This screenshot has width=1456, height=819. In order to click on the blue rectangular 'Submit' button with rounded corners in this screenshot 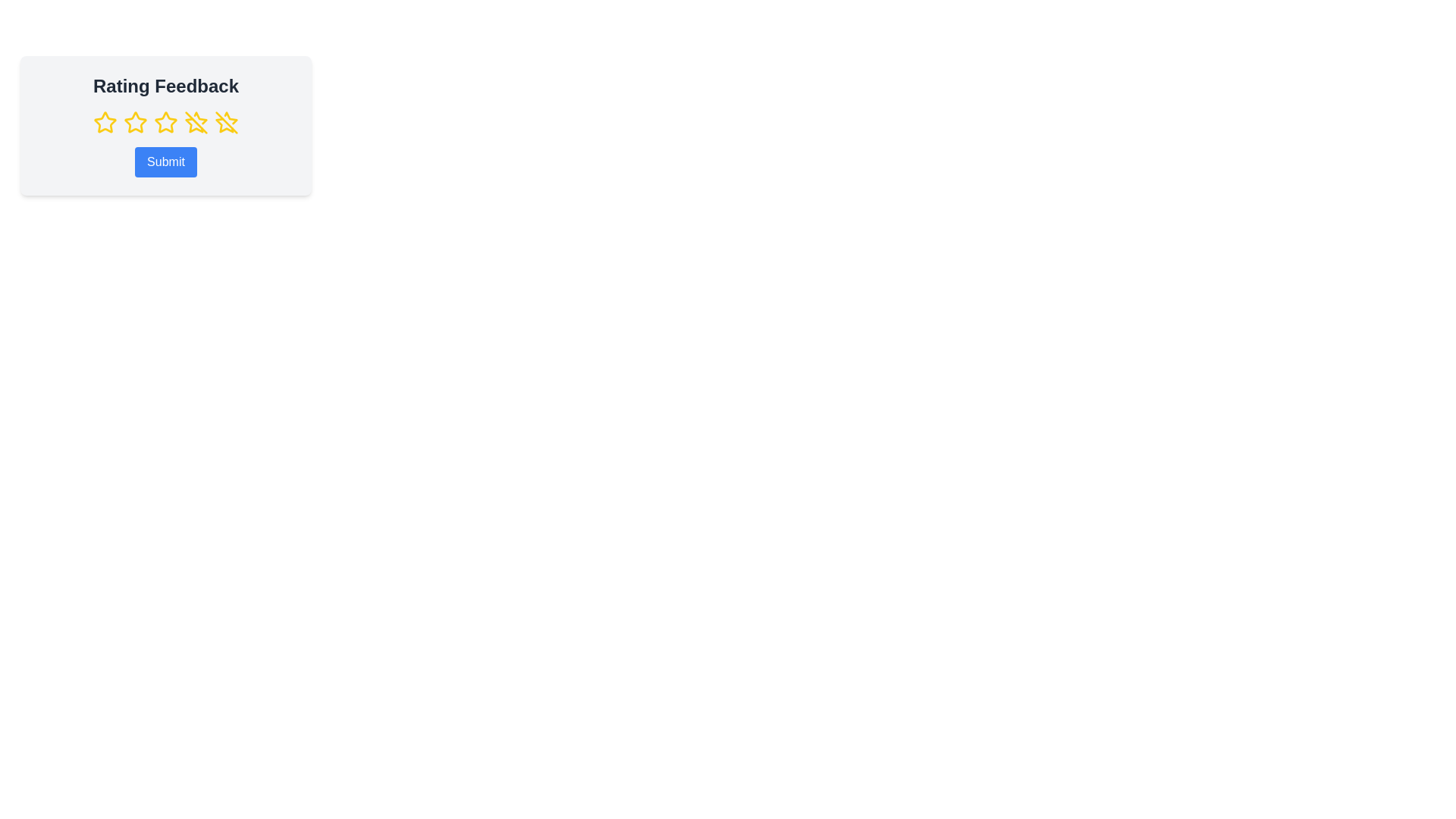, I will do `click(166, 162)`.